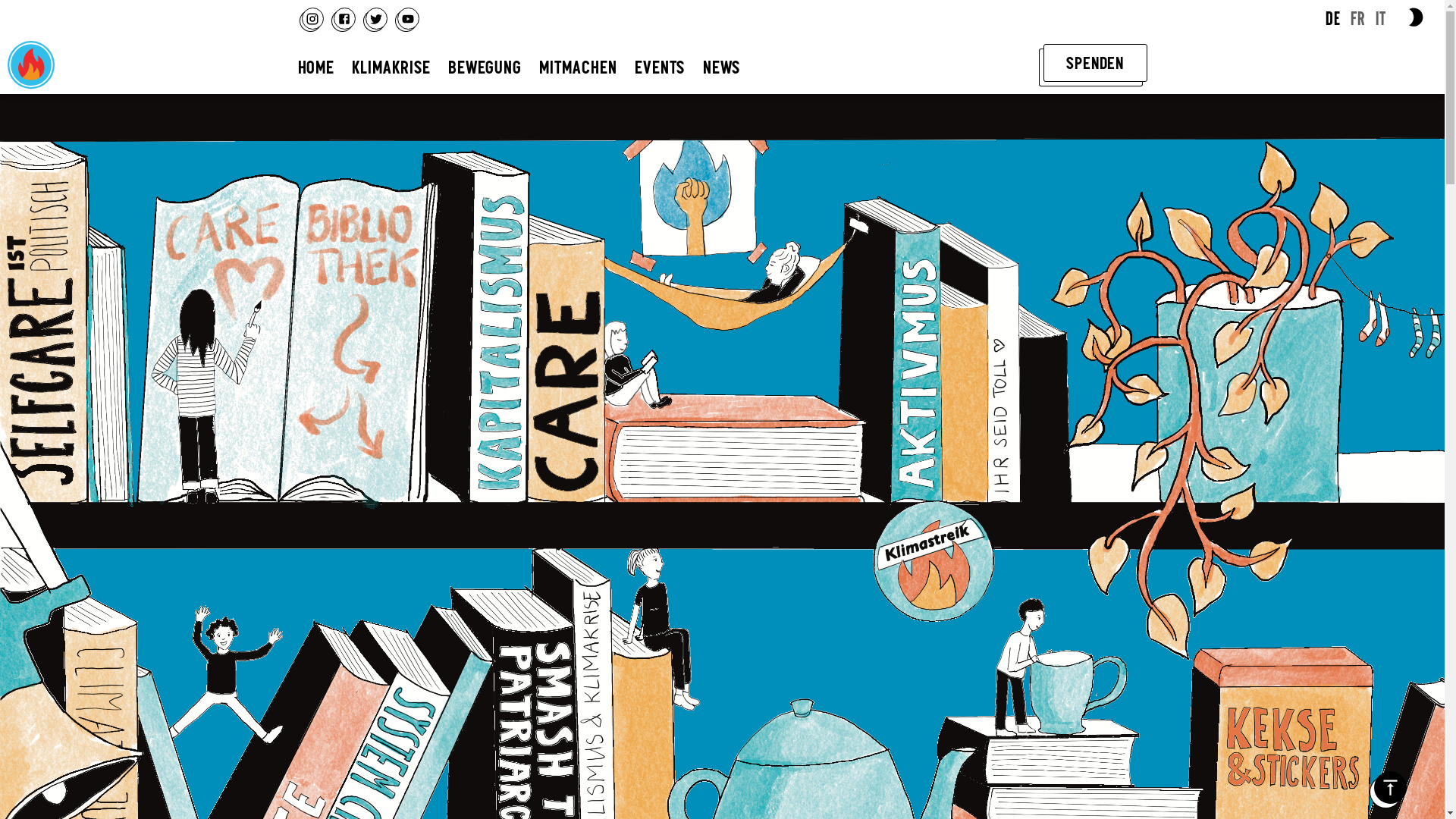 The height and width of the screenshot is (819, 1456). What do you see at coordinates (1357, 18) in the screenshot?
I see `'FR'` at bounding box center [1357, 18].